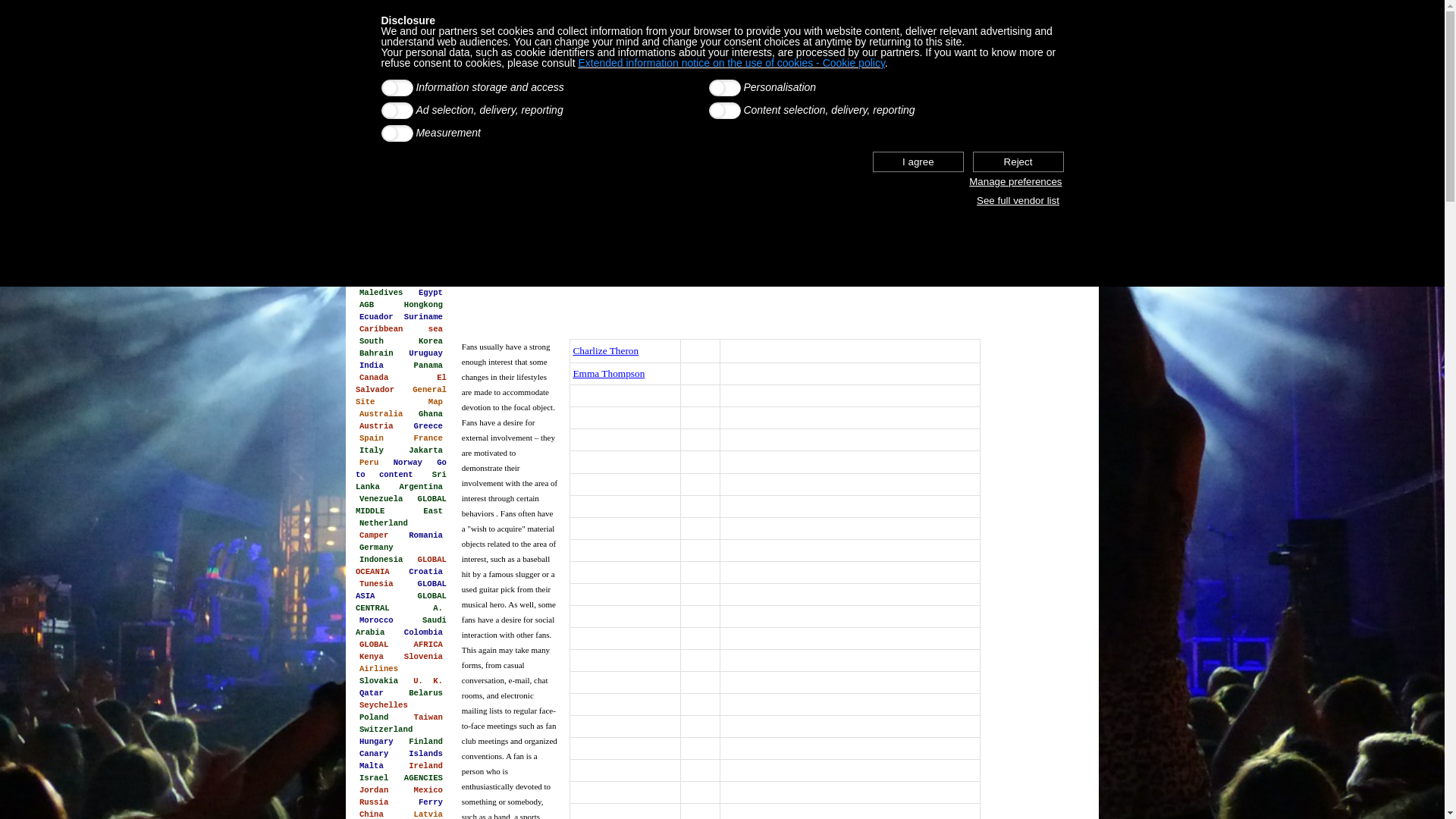 This screenshot has height=819, width=1456. What do you see at coordinates (429, 292) in the screenshot?
I see `'Egypt'` at bounding box center [429, 292].